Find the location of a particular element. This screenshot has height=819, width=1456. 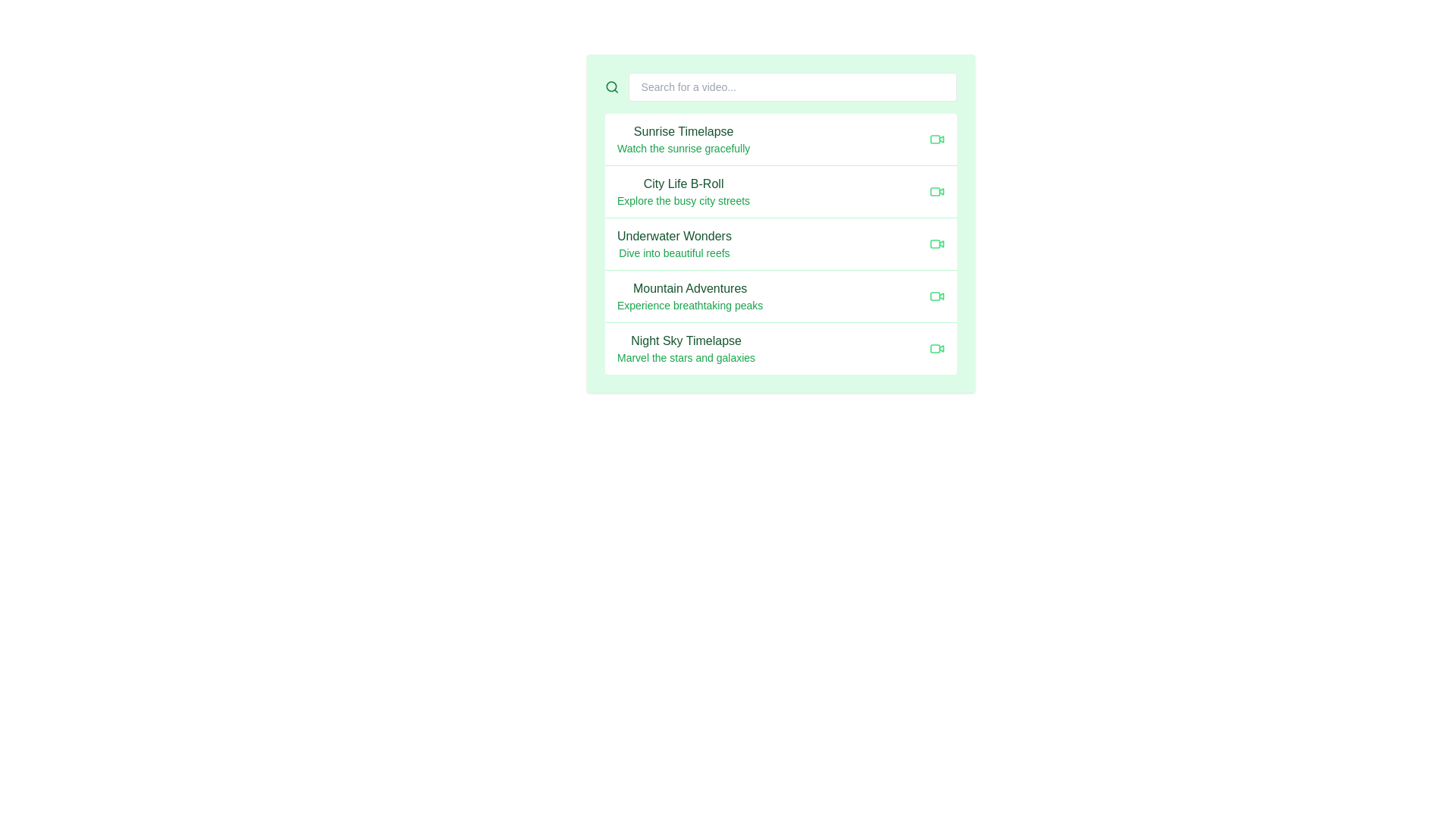

the list item labeled 'Mountain Adventures', which is the fourth item in the vertical list of video topics is located at coordinates (689, 296).